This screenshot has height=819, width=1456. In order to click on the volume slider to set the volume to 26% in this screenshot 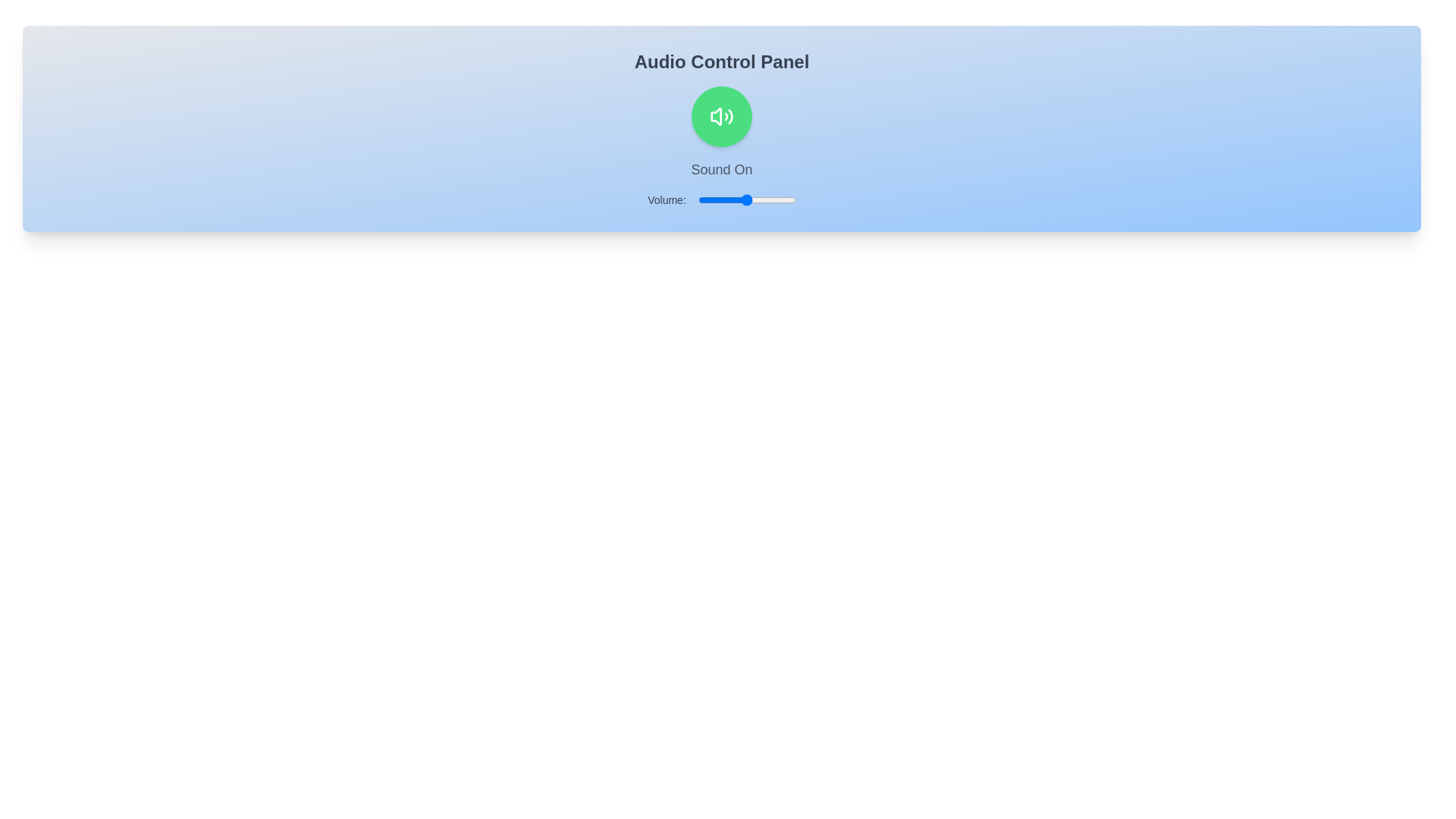, I will do `click(723, 199)`.